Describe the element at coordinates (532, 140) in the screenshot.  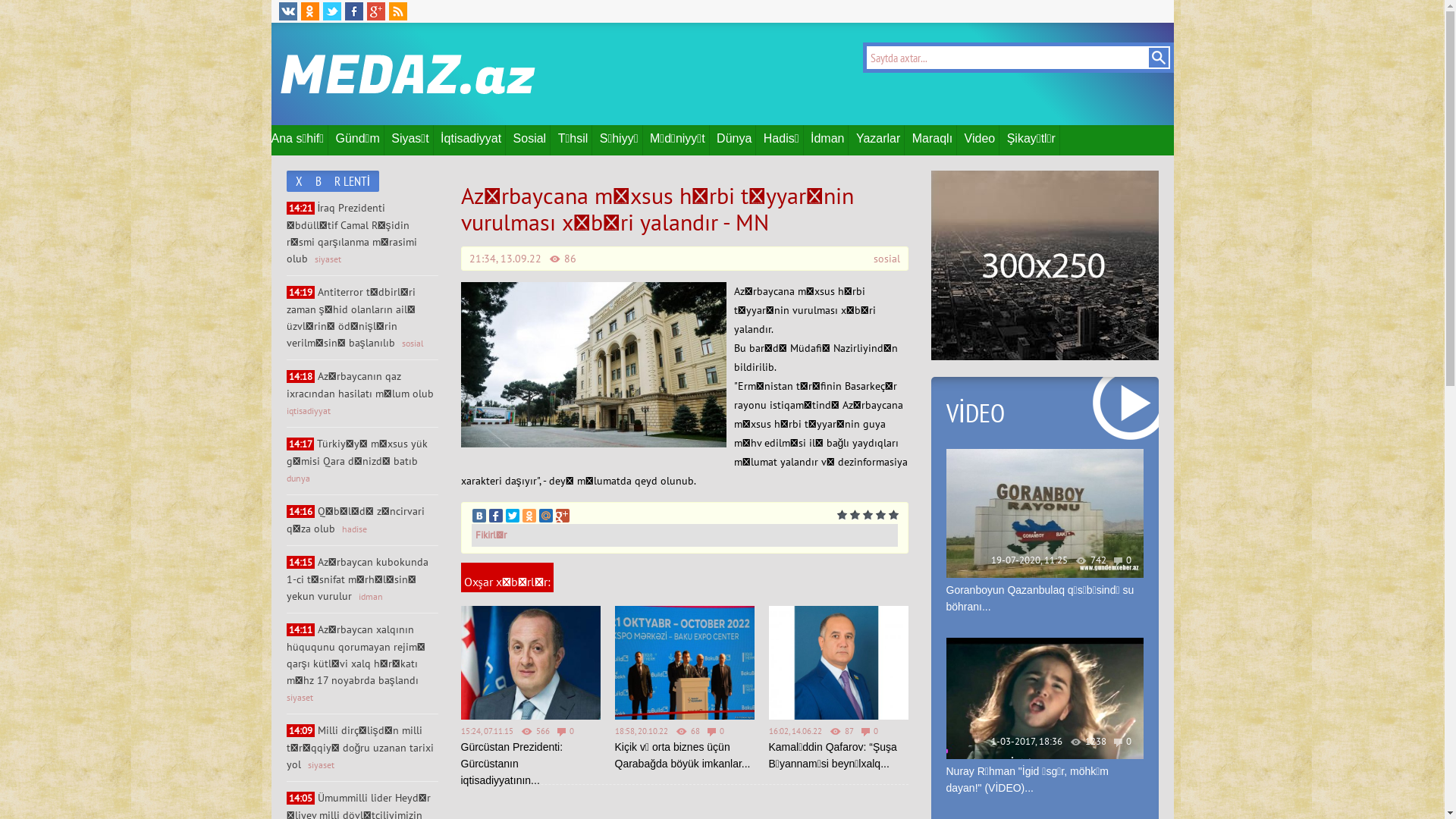
I see `'Sosial'` at that location.